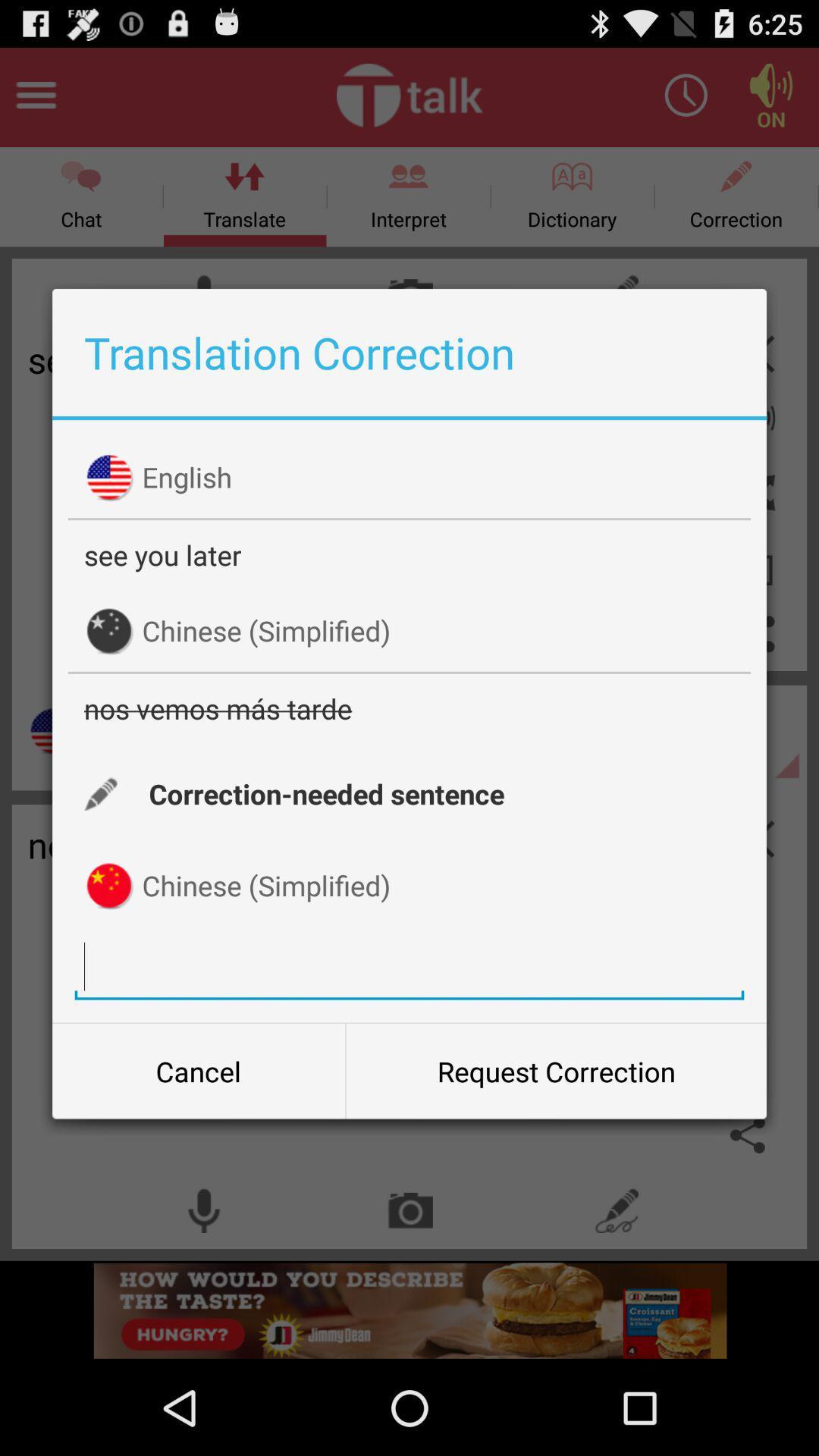 The image size is (819, 1456). I want to click on translation box, so click(409, 965).